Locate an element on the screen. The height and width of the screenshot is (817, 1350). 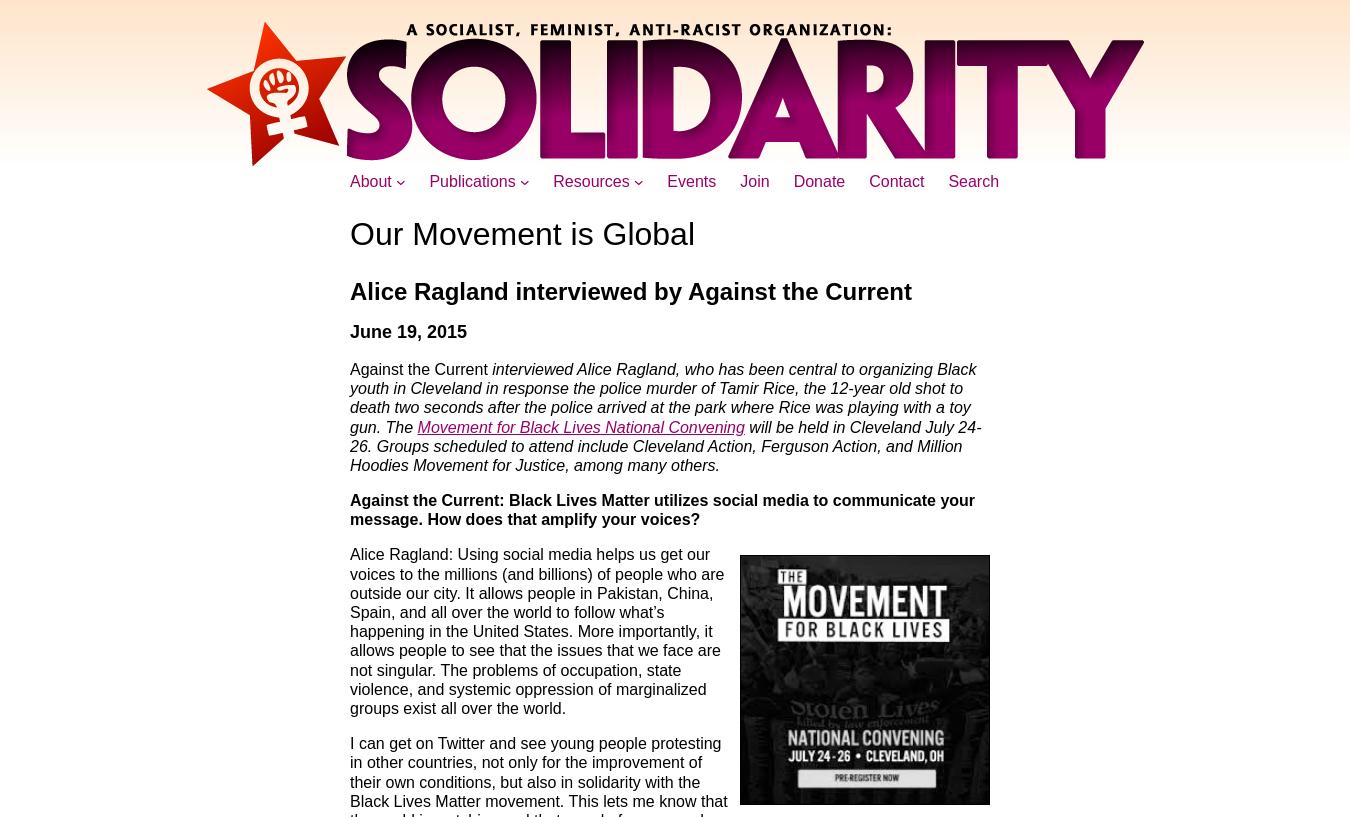
'Our Movement is Global' is located at coordinates (521, 232).